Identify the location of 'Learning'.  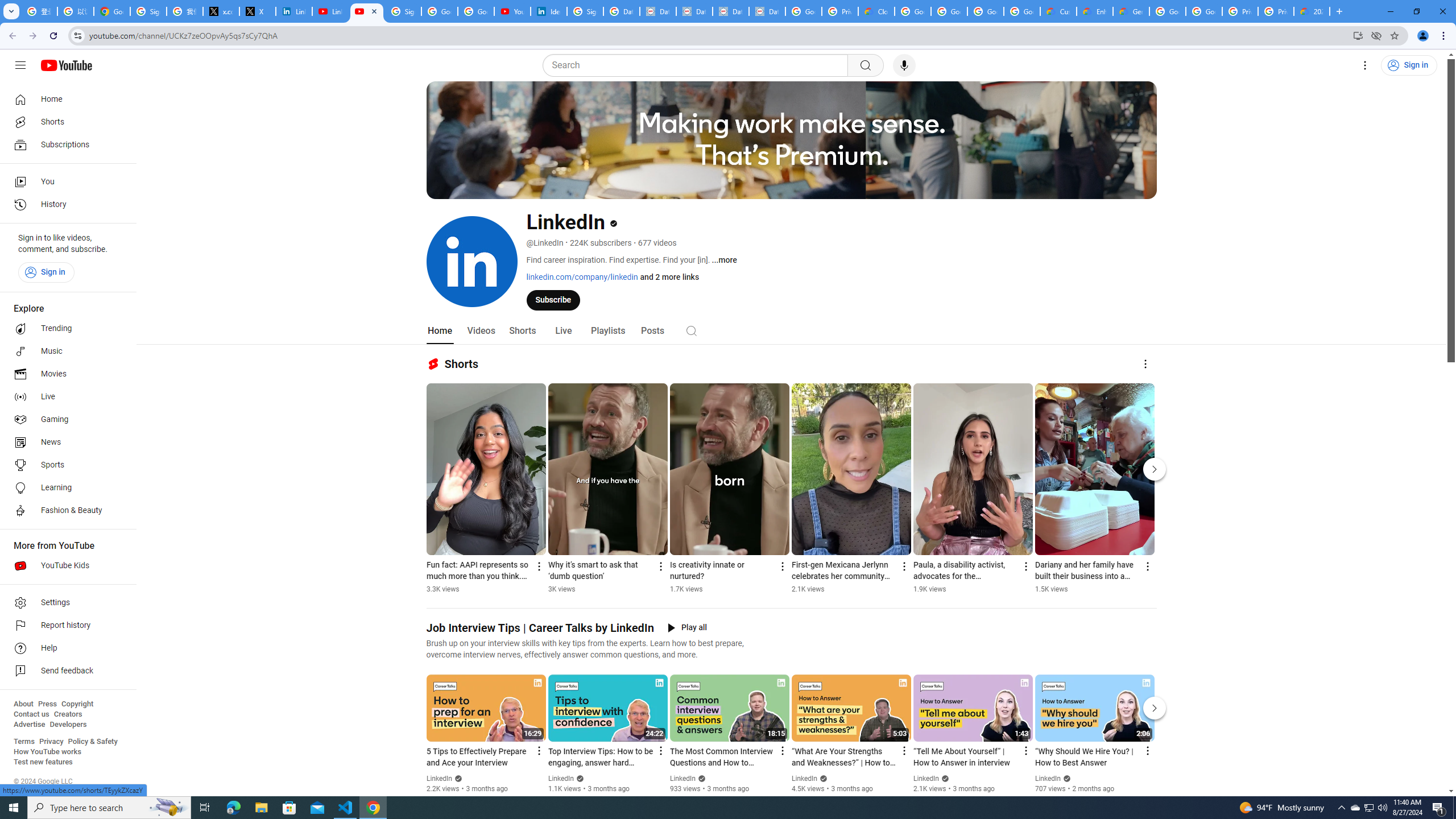
(64, 487).